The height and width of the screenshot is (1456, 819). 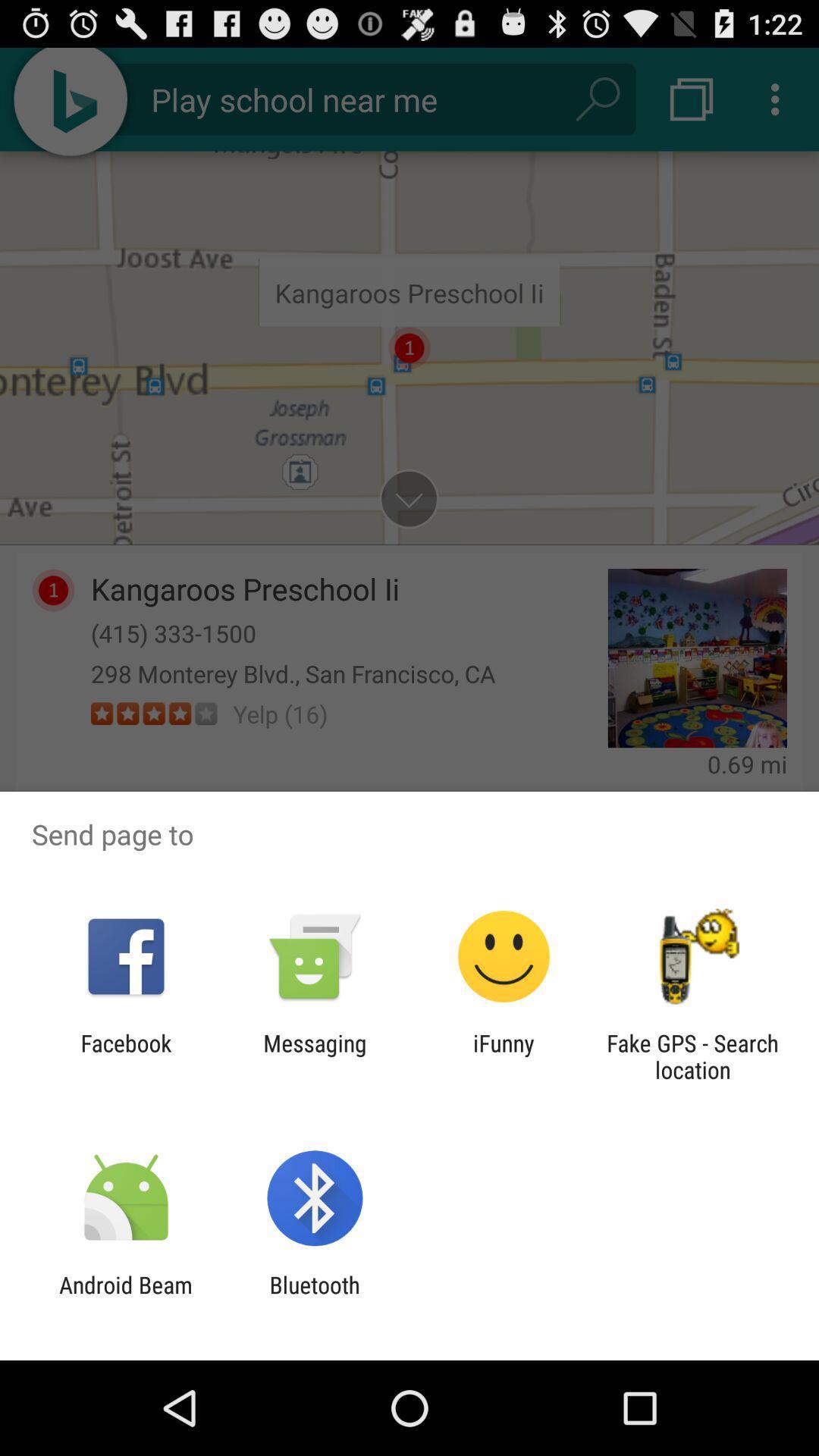 I want to click on icon to the left of messaging icon, so click(x=125, y=1056).